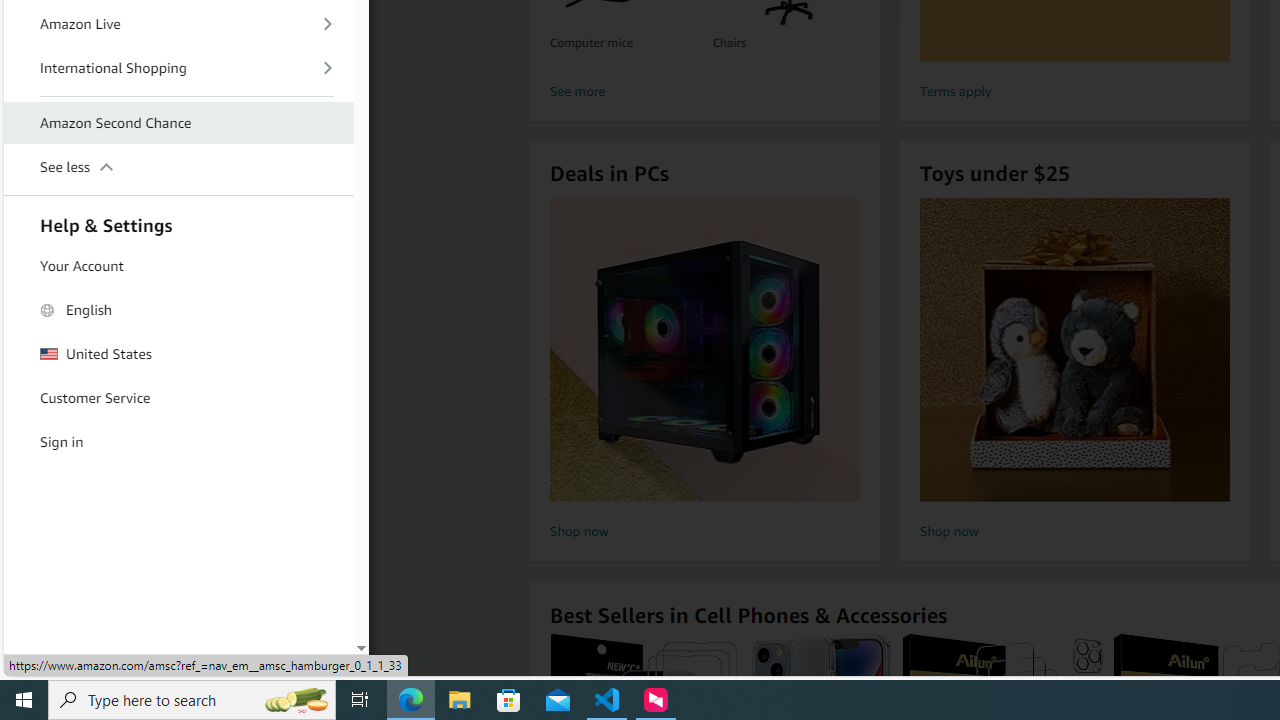 The width and height of the screenshot is (1280, 720). What do you see at coordinates (179, 353) in the screenshot?
I see `'United States'` at bounding box center [179, 353].